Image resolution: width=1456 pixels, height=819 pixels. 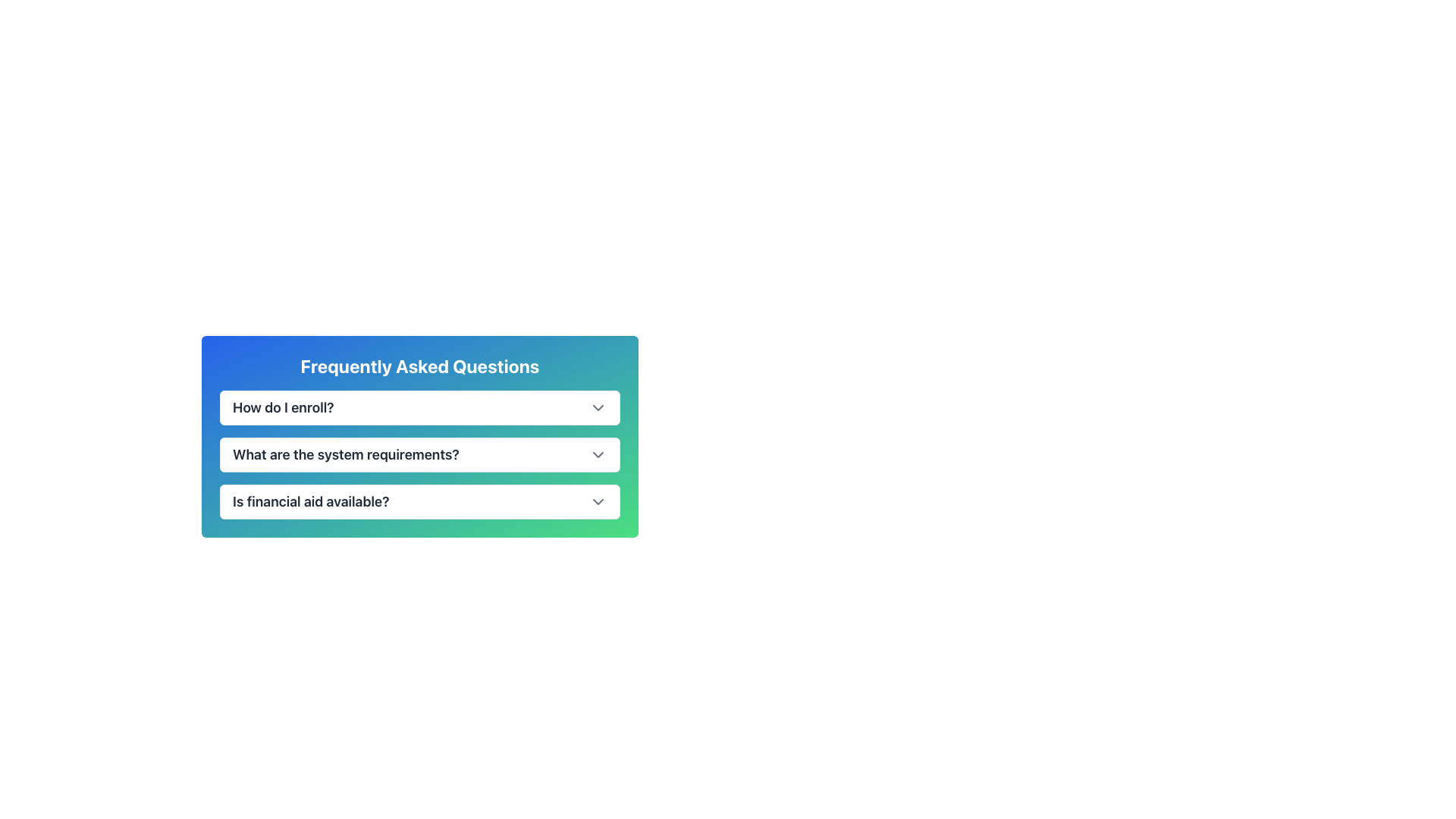 What do you see at coordinates (597, 502) in the screenshot?
I see `the toggle button located at the far right of the row labeled 'Is financial aid available?'` at bounding box center [597, 502].